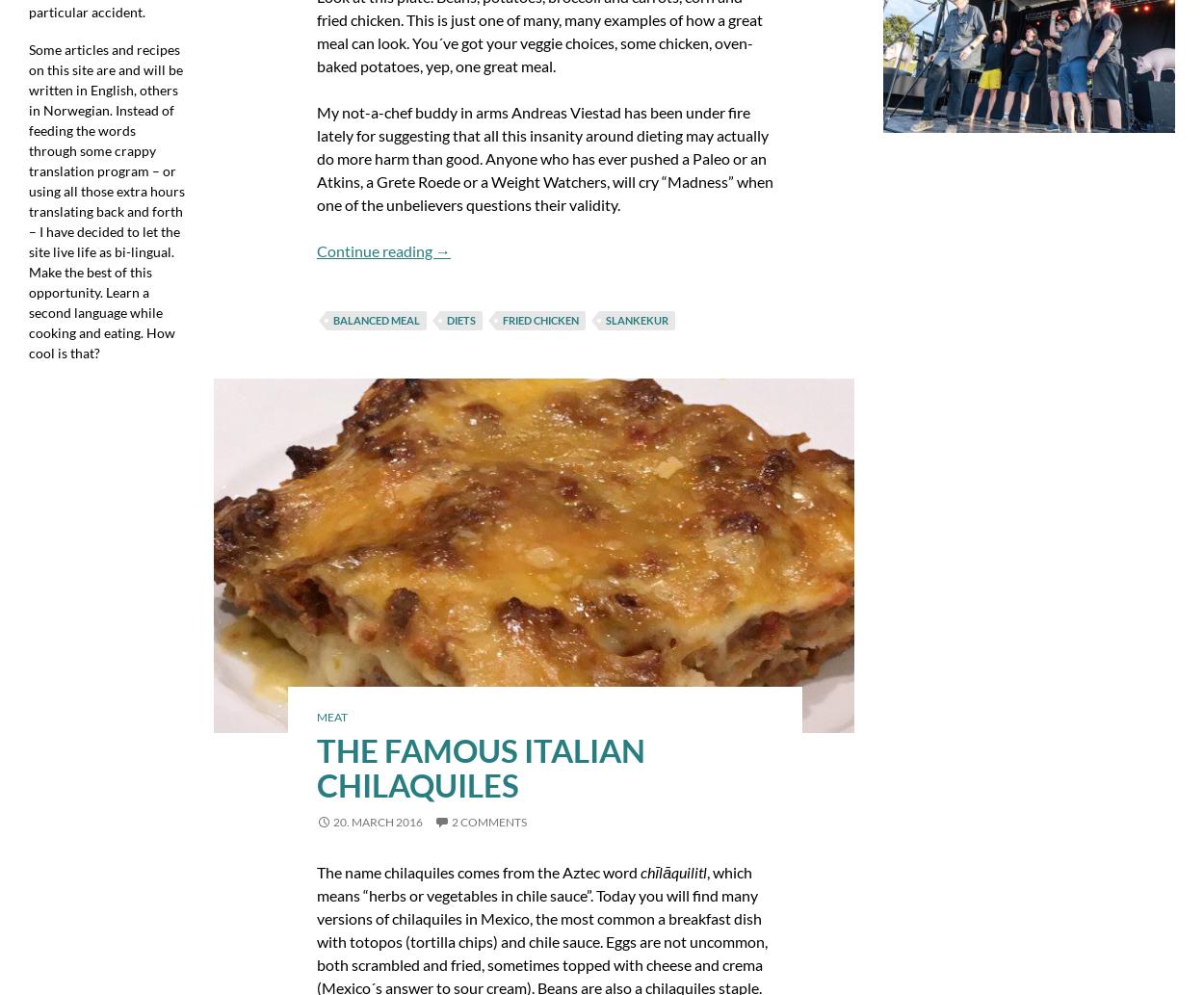 This screenshot has width=1204, height=995. I want to click on 'The name chilaquiles comes from the Aztec word', so click(477, 870).